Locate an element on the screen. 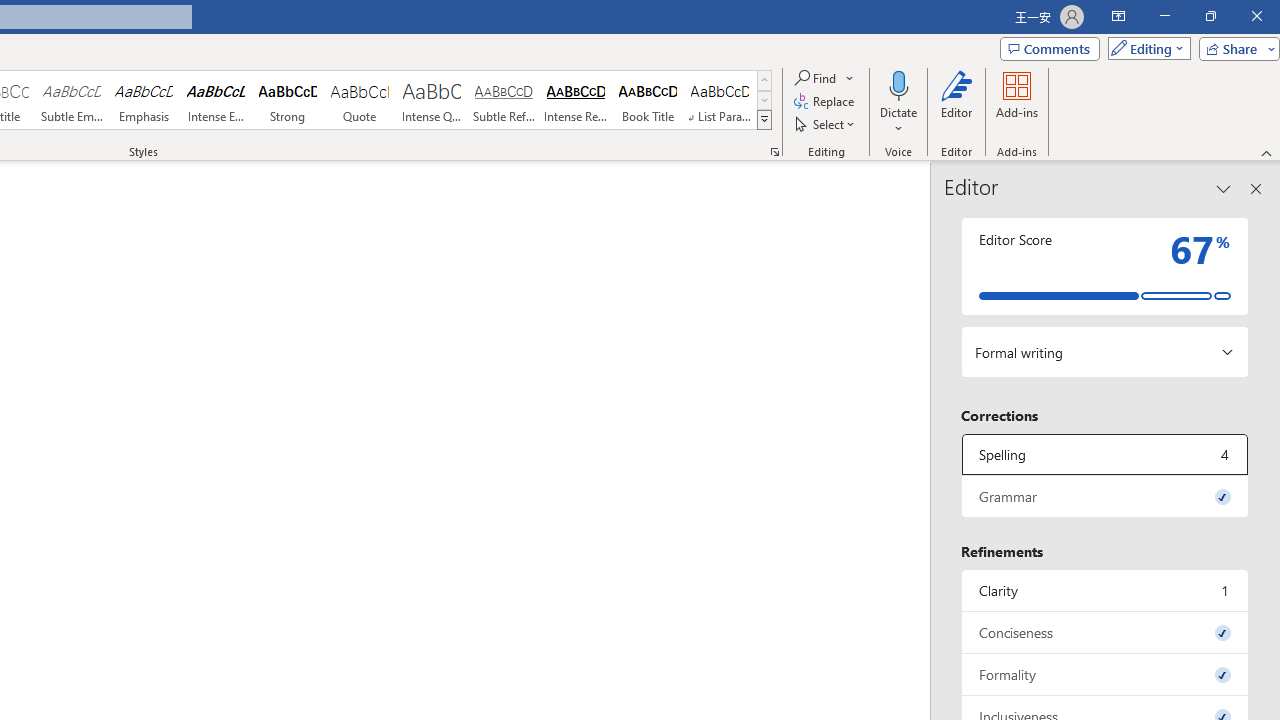 This screenshot has width=1280, height=720. 'Editing' is located at coordinates (1144, 47).